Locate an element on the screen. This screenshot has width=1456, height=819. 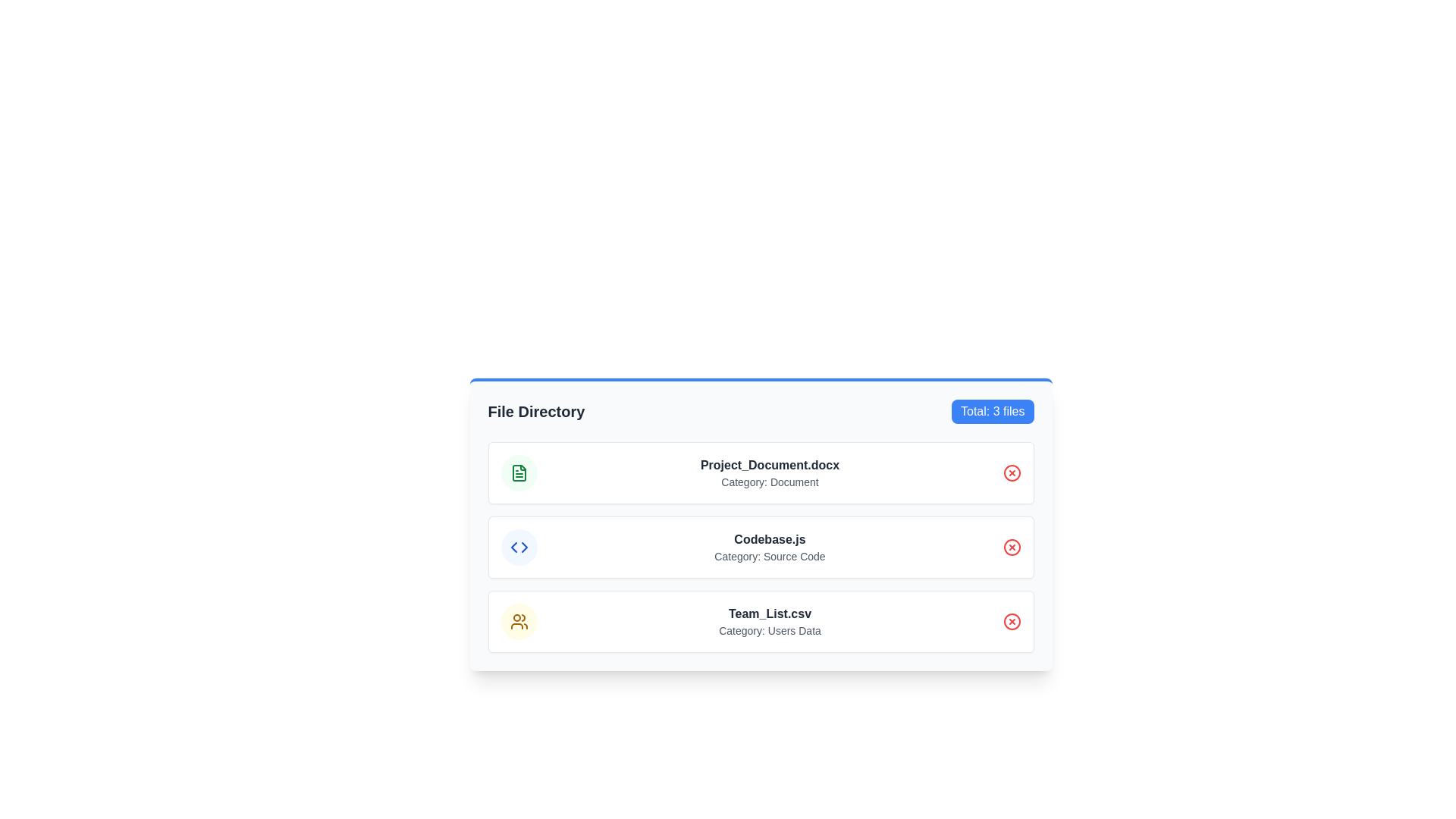
the circular icon with a faint yellow background and a darker yellow graphic depicting a group of people, which is located to the left of the text 'Team_List.csv' in the third item of a vertical list of file entries is located at coordinates (519, 622).